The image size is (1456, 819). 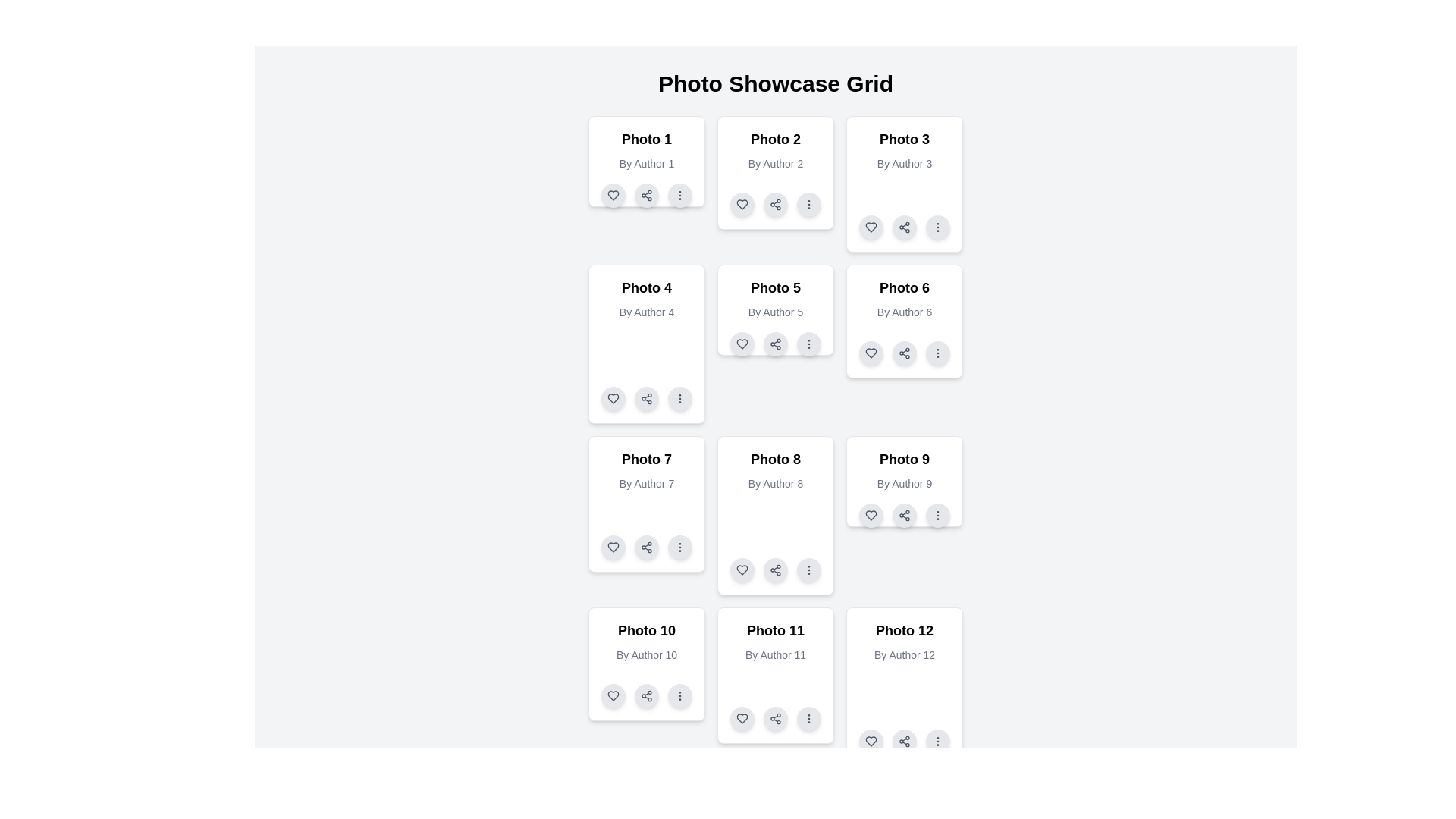 I want to click on the like button located at the bottom-left of the 'Photo 8' card in the fourth row of the photo showcase grid, so click(x=742, y=570).